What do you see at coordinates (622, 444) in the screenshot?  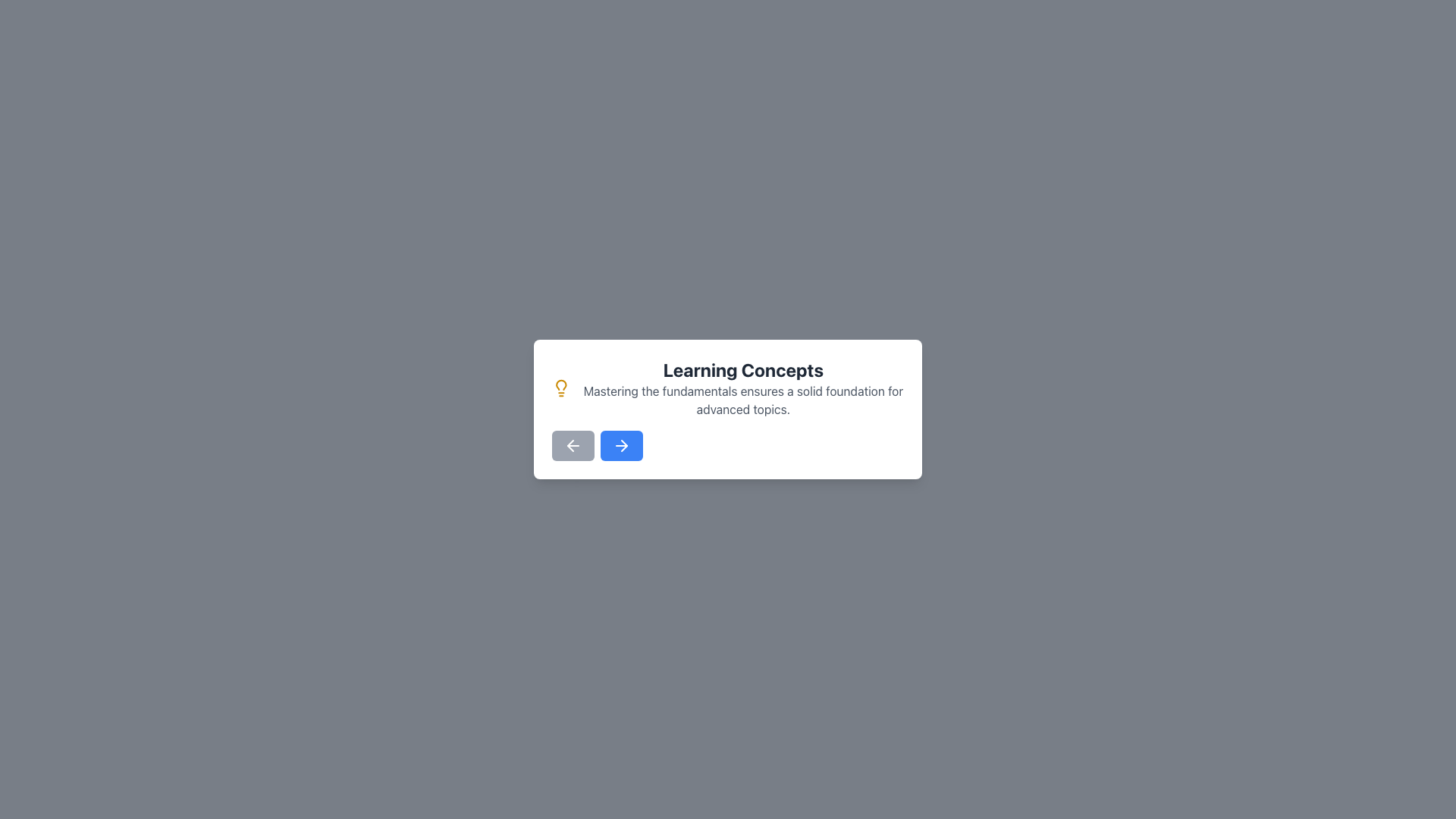 I see `the blue button with a curved rectangular shape and a white right-pointing arrow icon` at bounding box center [622, 444].